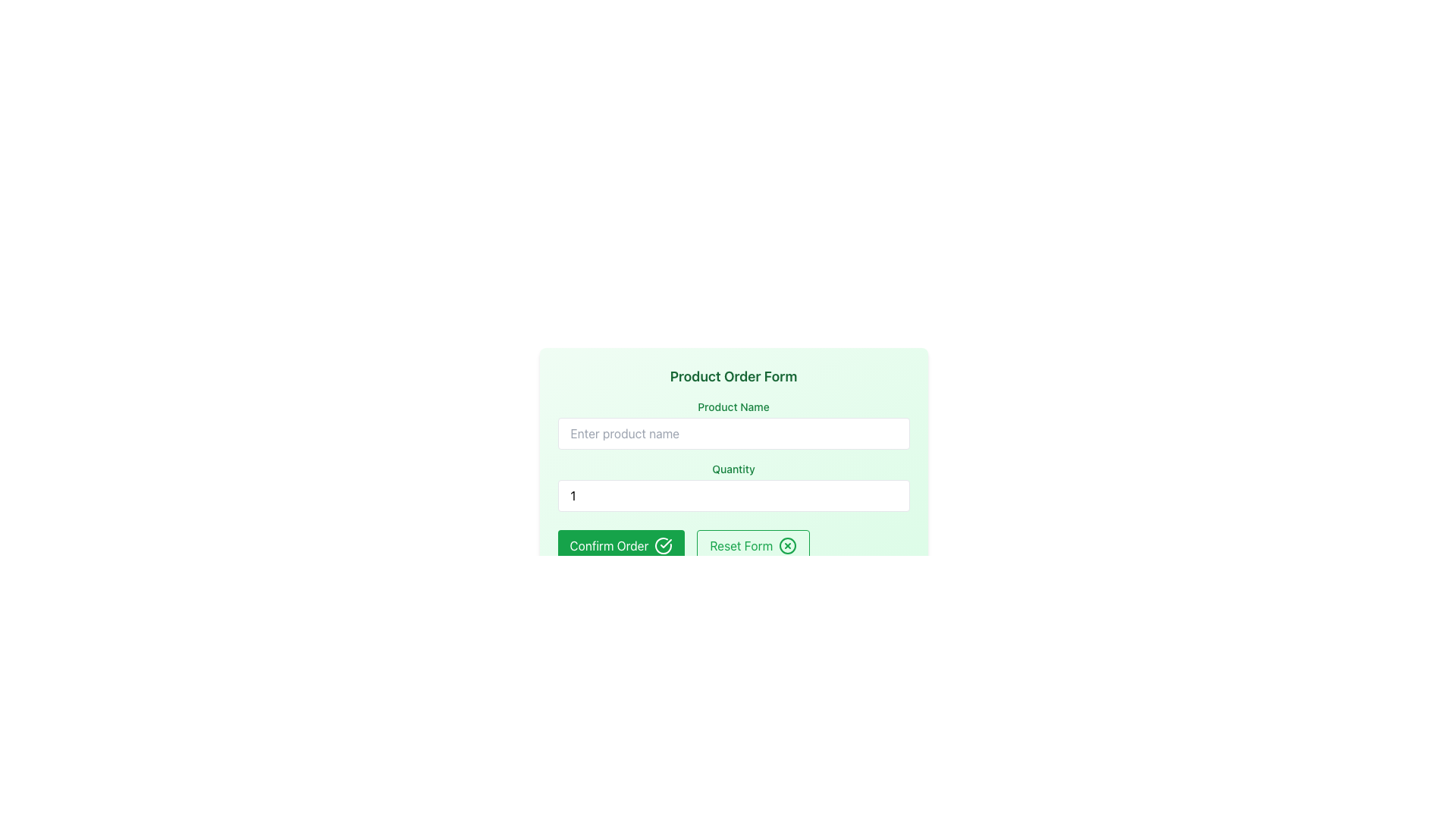 The height and width of the screenshot is (819, 1456). What do you see at coordinates (733, 468) in the screenshot?
I see `the 'Quantity' label in the 'Product Order Form' that indicates the purpose of the associated input field` at bounding box center [733, 468].